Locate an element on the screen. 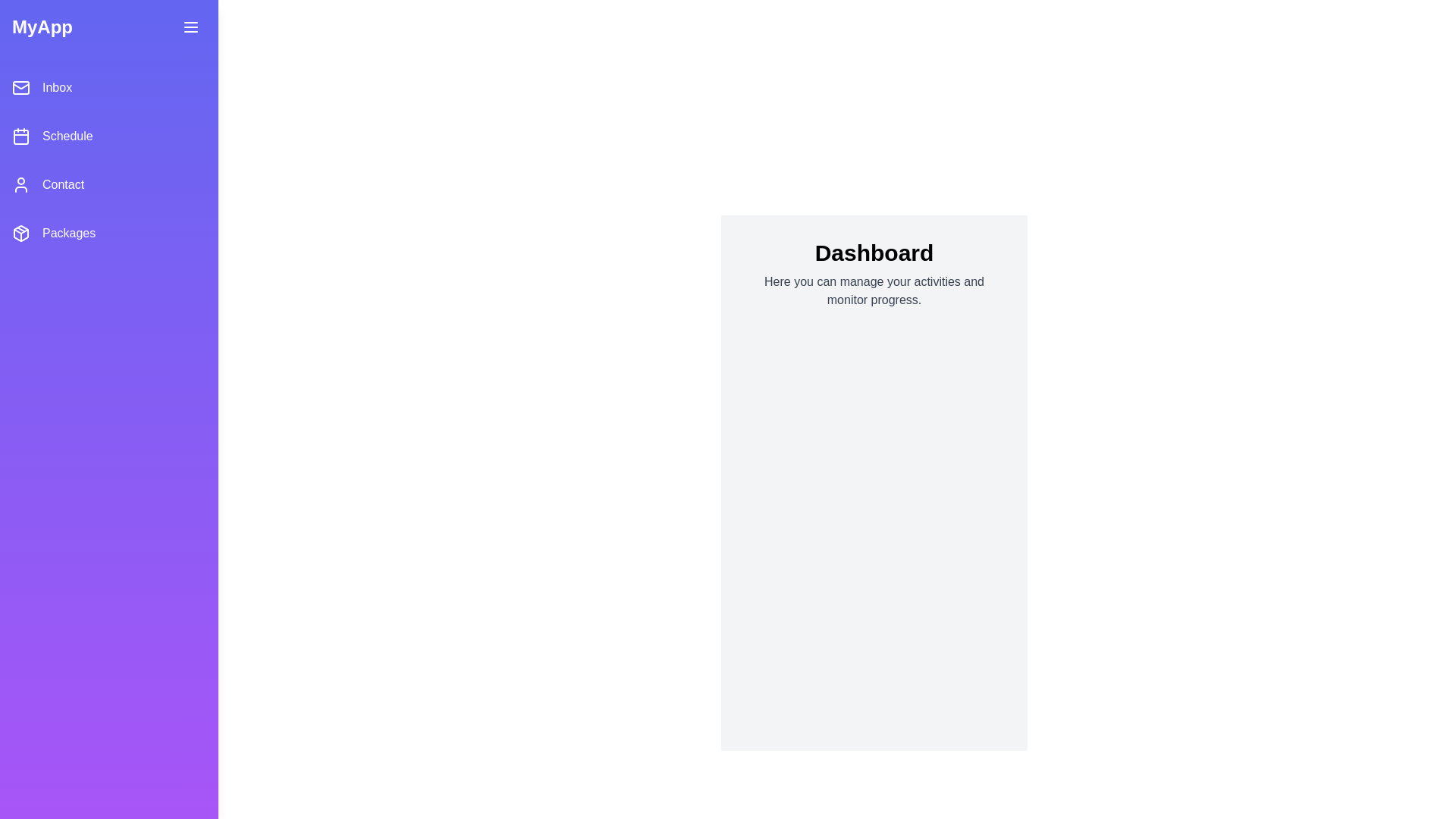  the toggle button to toggle the drawer visibility is located at coordinates (190, 27).